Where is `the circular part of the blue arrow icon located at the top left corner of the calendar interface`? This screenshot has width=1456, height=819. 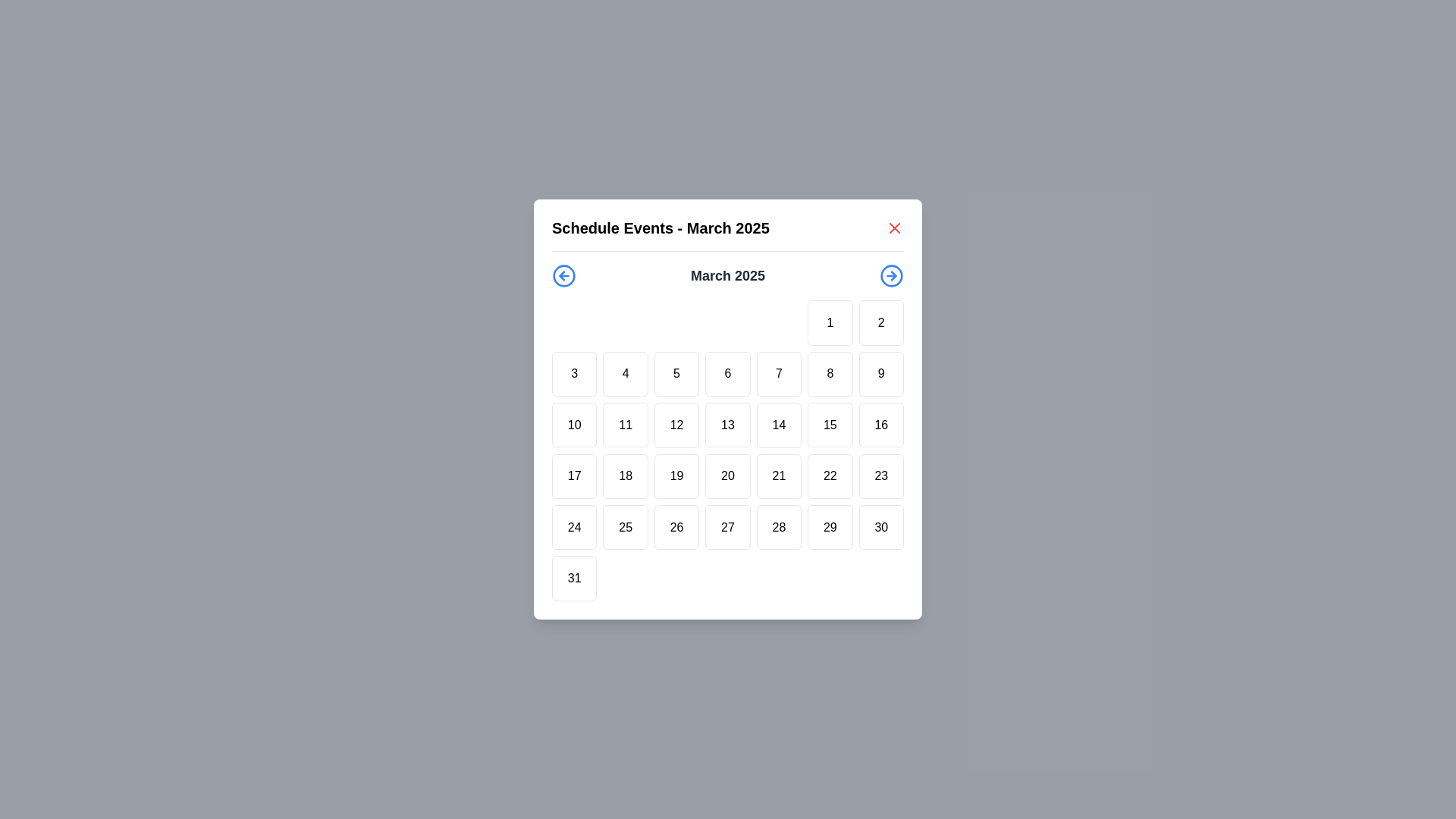
the circular part of the blue arrow icon located at the top left corner of the calendar interface is located at coordinates (563, 275).